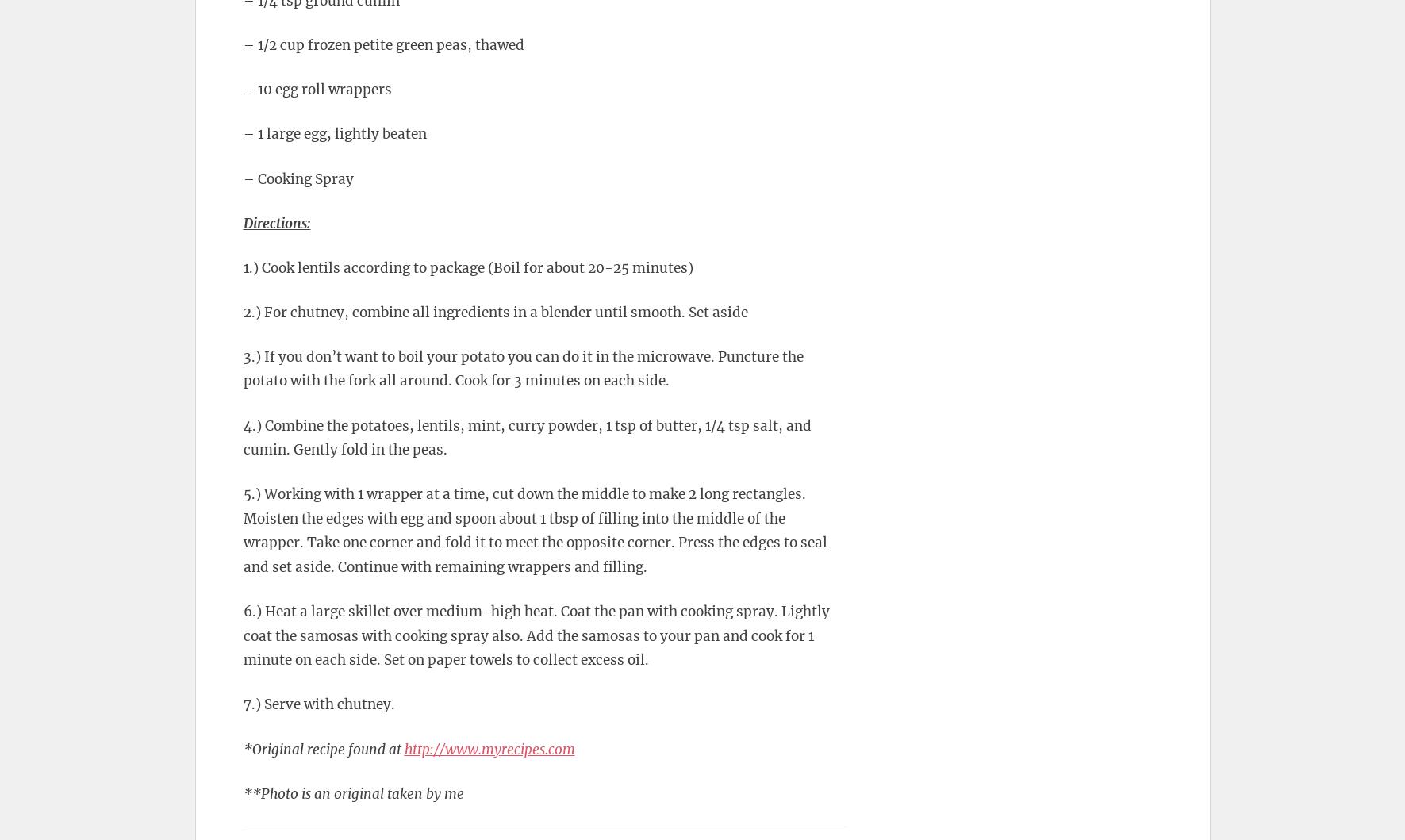 The width and height of the screenshot is (1405, 840). I want to click on '– 1 large egg, lightly beaten', so click(334, 133).